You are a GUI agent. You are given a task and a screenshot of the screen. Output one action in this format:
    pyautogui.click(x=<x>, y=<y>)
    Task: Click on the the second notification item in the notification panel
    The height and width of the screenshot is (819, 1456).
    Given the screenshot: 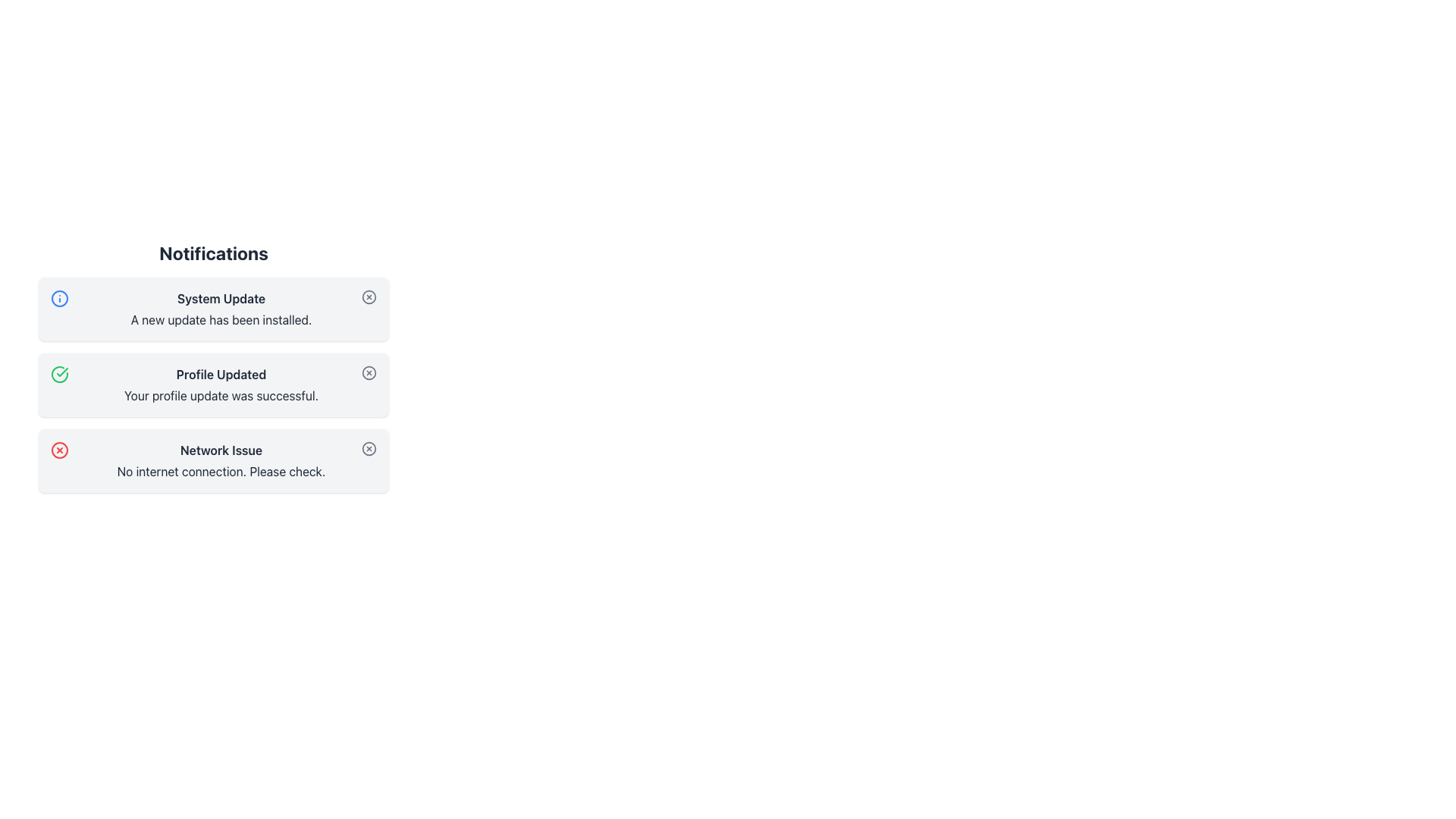 What is the action you would take?
    pyautogui.click(x=213, y=366)
    